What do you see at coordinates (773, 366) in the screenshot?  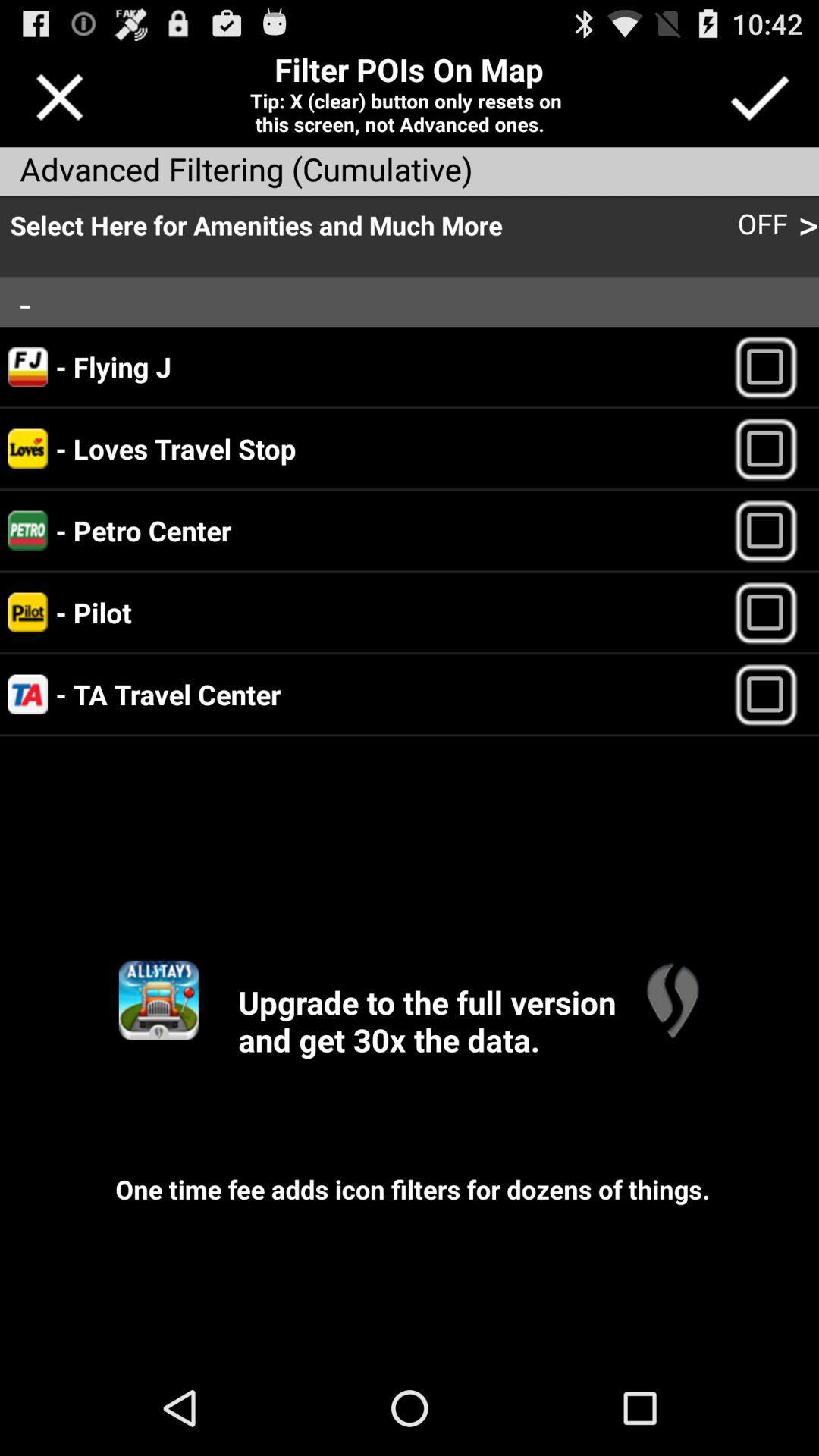 I see `option` at bounding box center [773, 366].